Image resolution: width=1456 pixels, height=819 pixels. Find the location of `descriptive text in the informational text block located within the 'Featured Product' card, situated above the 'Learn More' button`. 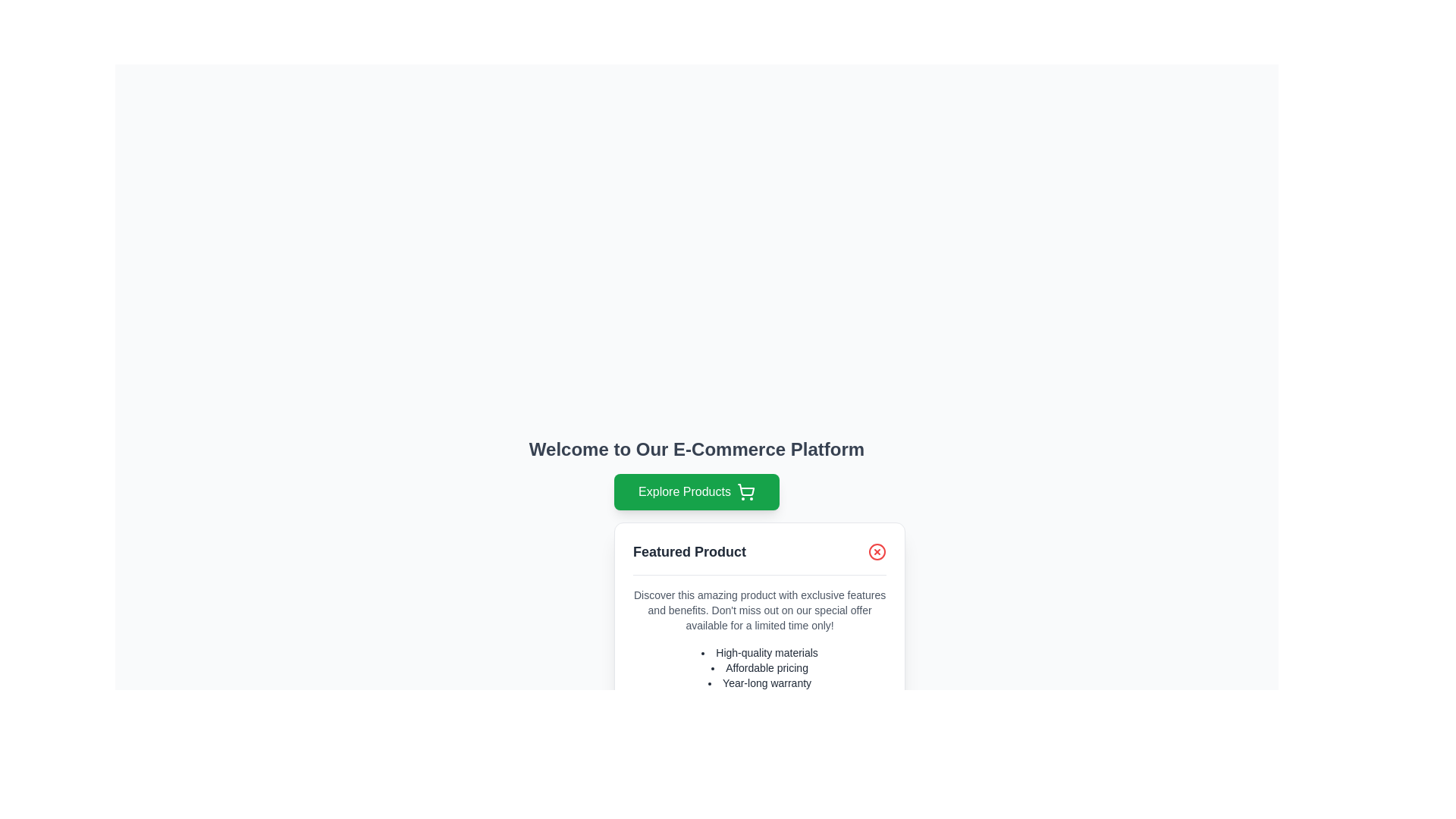

descriptive text in the informational text block located within the 'Featured Product' card, situated above the 'Learn More' button is located at coordinates (760, 663).